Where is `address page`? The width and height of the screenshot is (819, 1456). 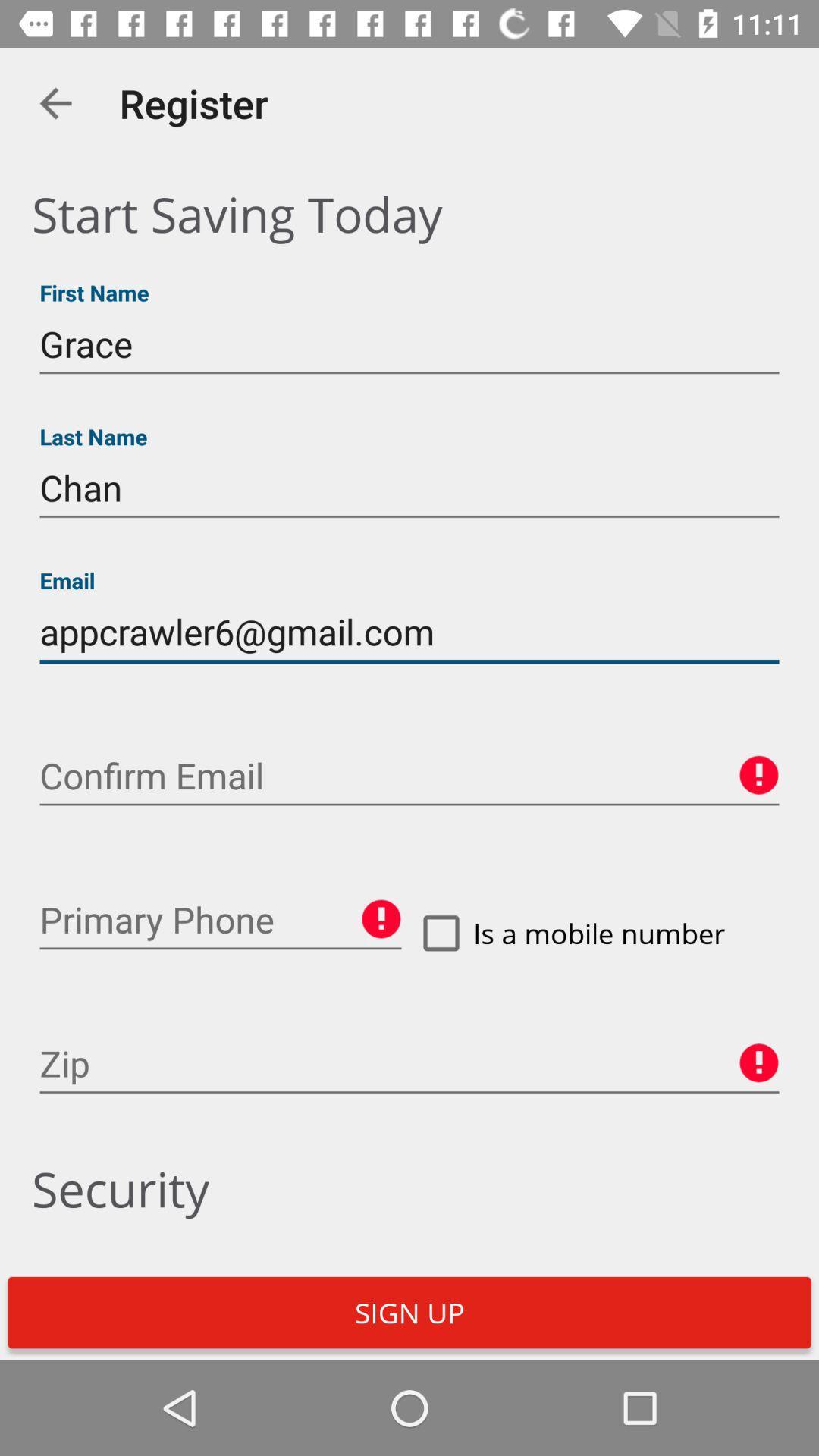 address page is located at coordinates (409, 1063).